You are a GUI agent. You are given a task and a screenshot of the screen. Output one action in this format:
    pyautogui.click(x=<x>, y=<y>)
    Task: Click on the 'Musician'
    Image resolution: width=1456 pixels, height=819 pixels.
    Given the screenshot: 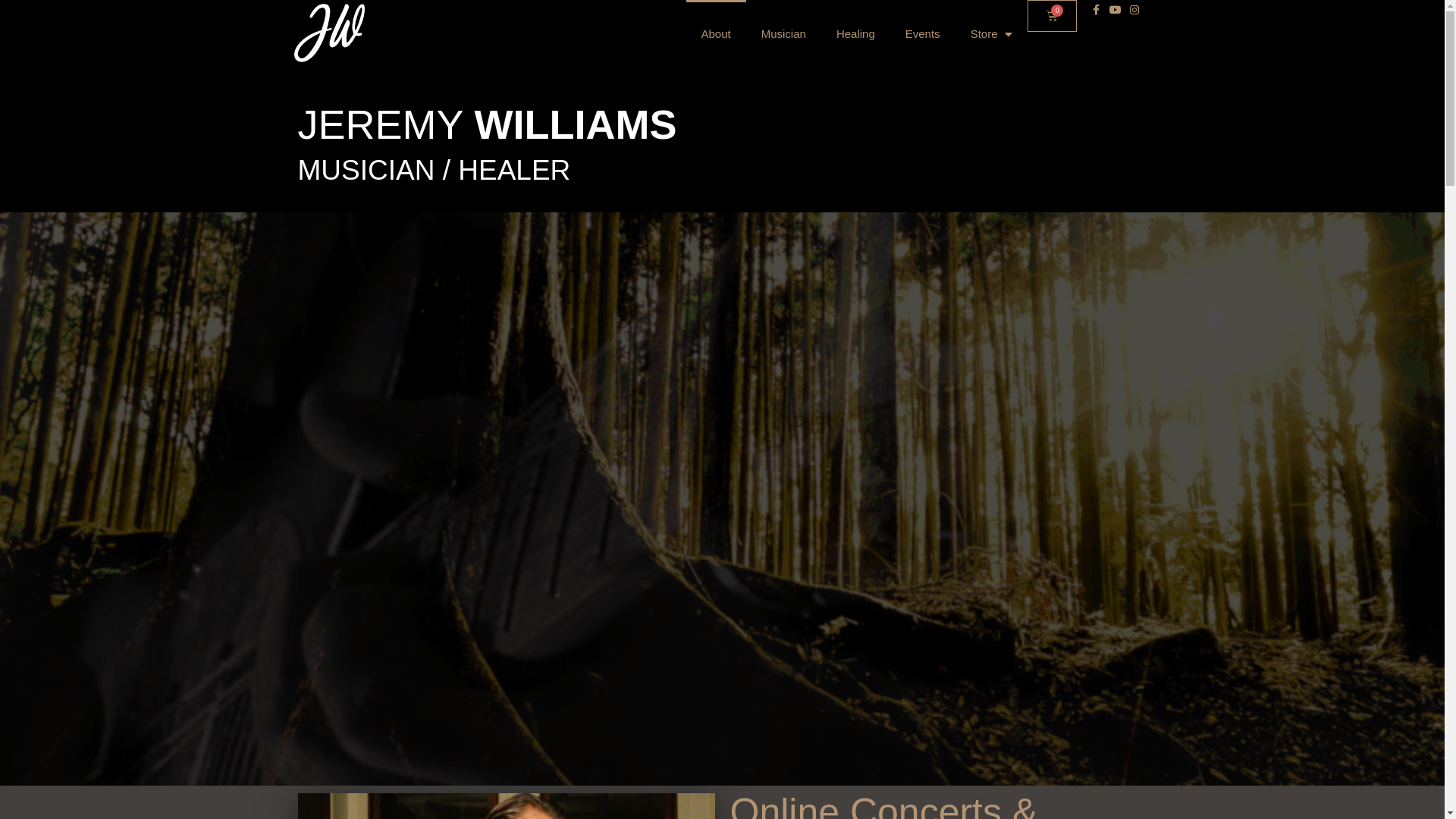 What is the action you would take?
    pyautogui.click(x=745, y=34)
    